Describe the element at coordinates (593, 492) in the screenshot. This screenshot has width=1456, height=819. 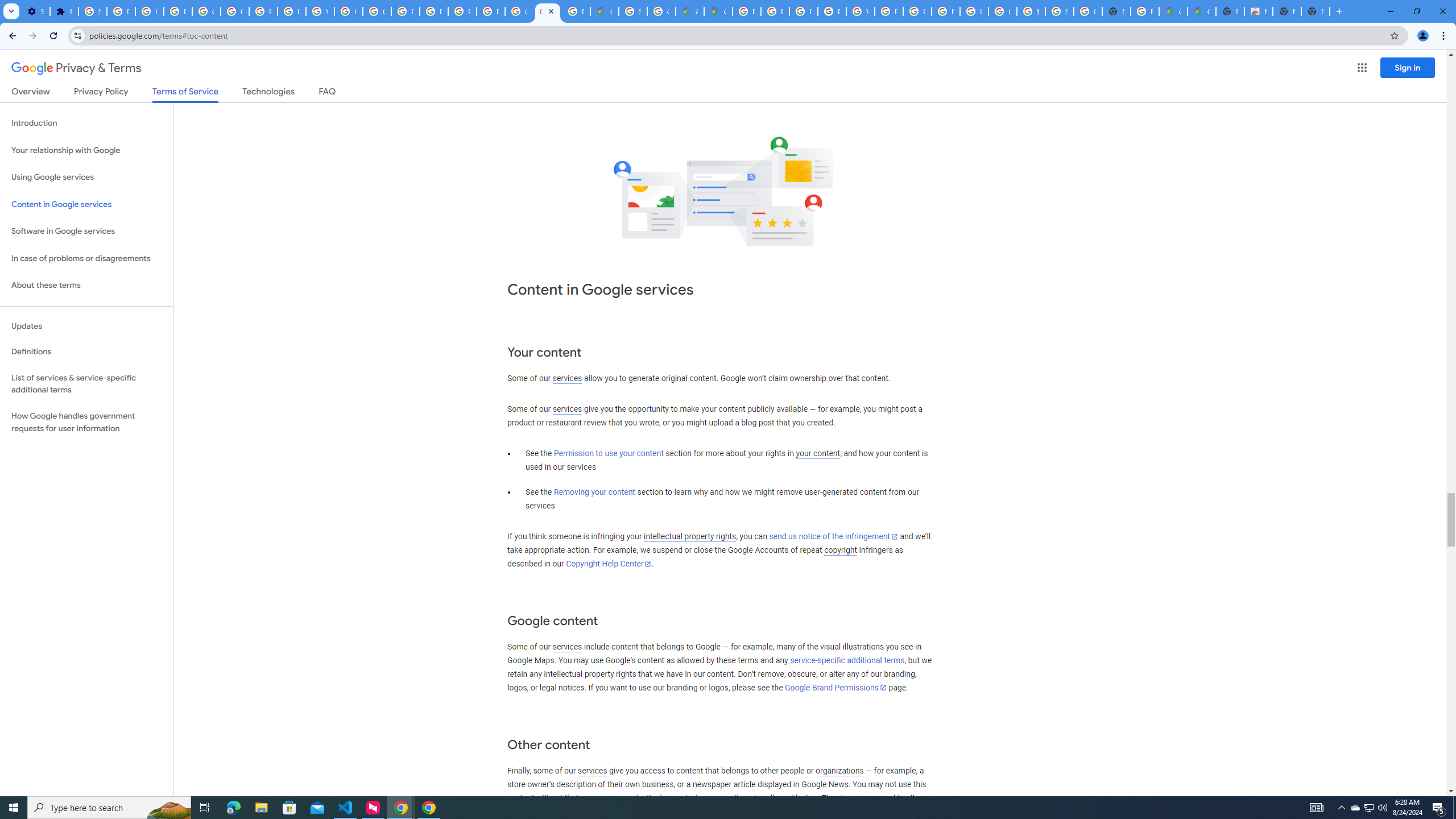
I see `'Removing your content'` at that location.